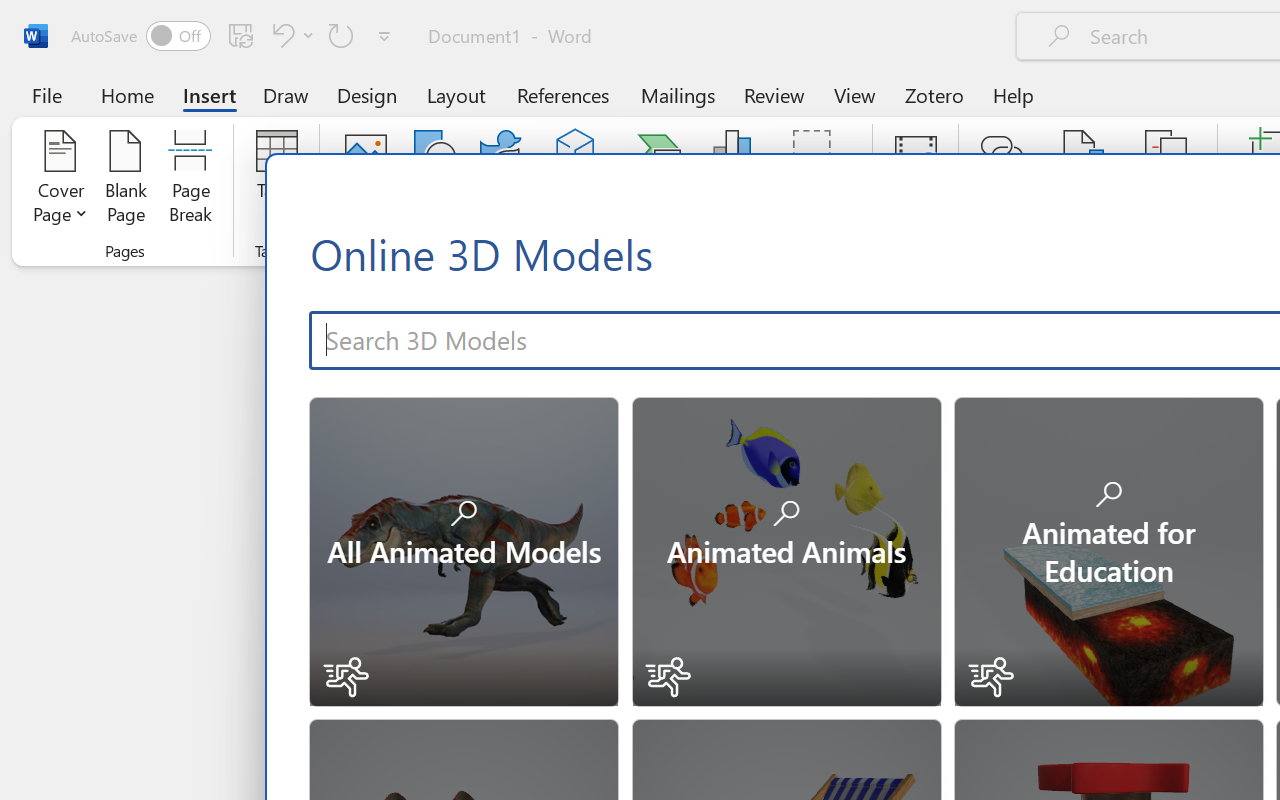 The width and height of the screenshot is (1280, 800). I want to click on 'Undo Number Default', so click(279, 34).